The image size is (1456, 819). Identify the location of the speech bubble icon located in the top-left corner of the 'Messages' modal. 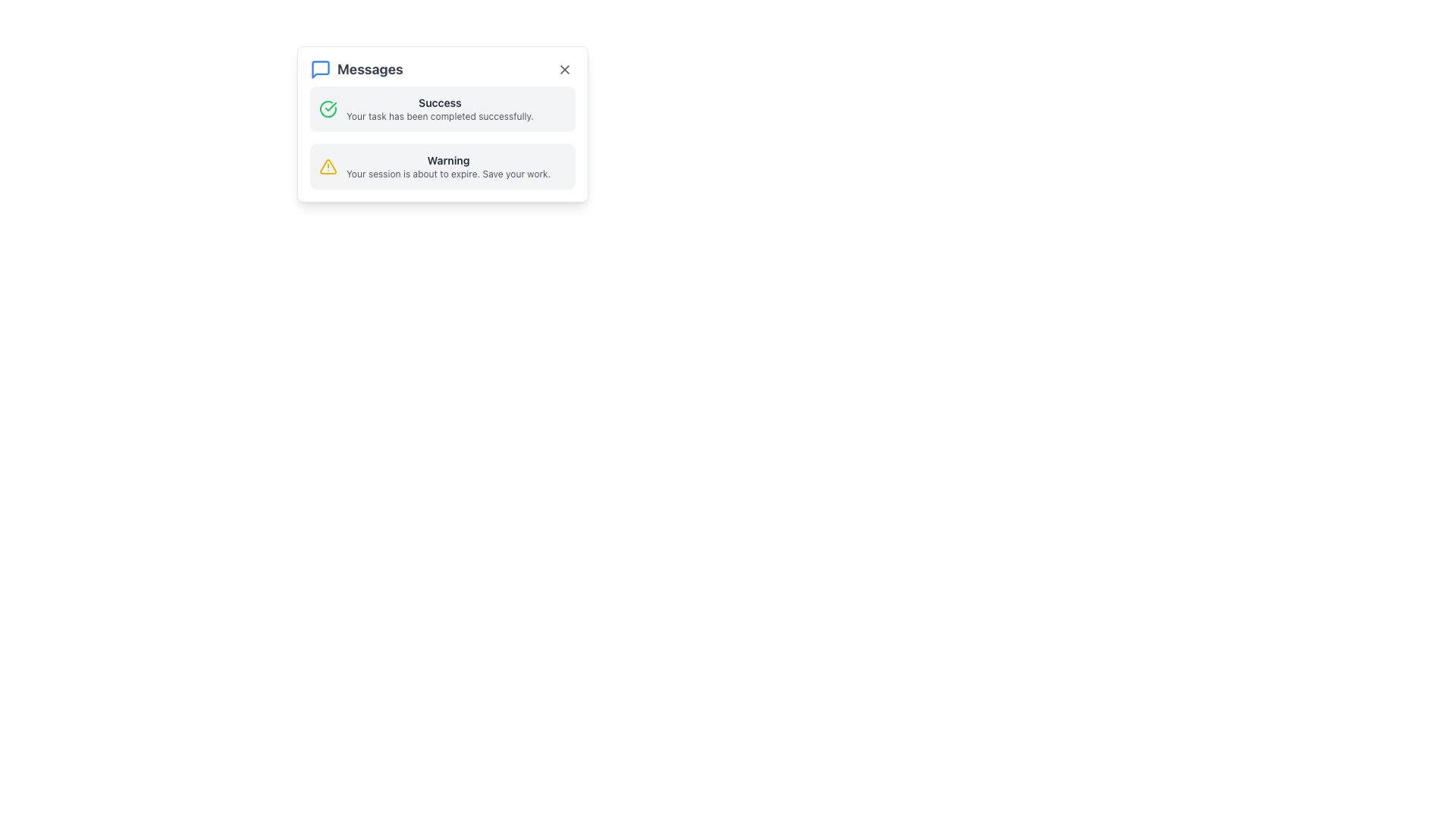
(319, 70).